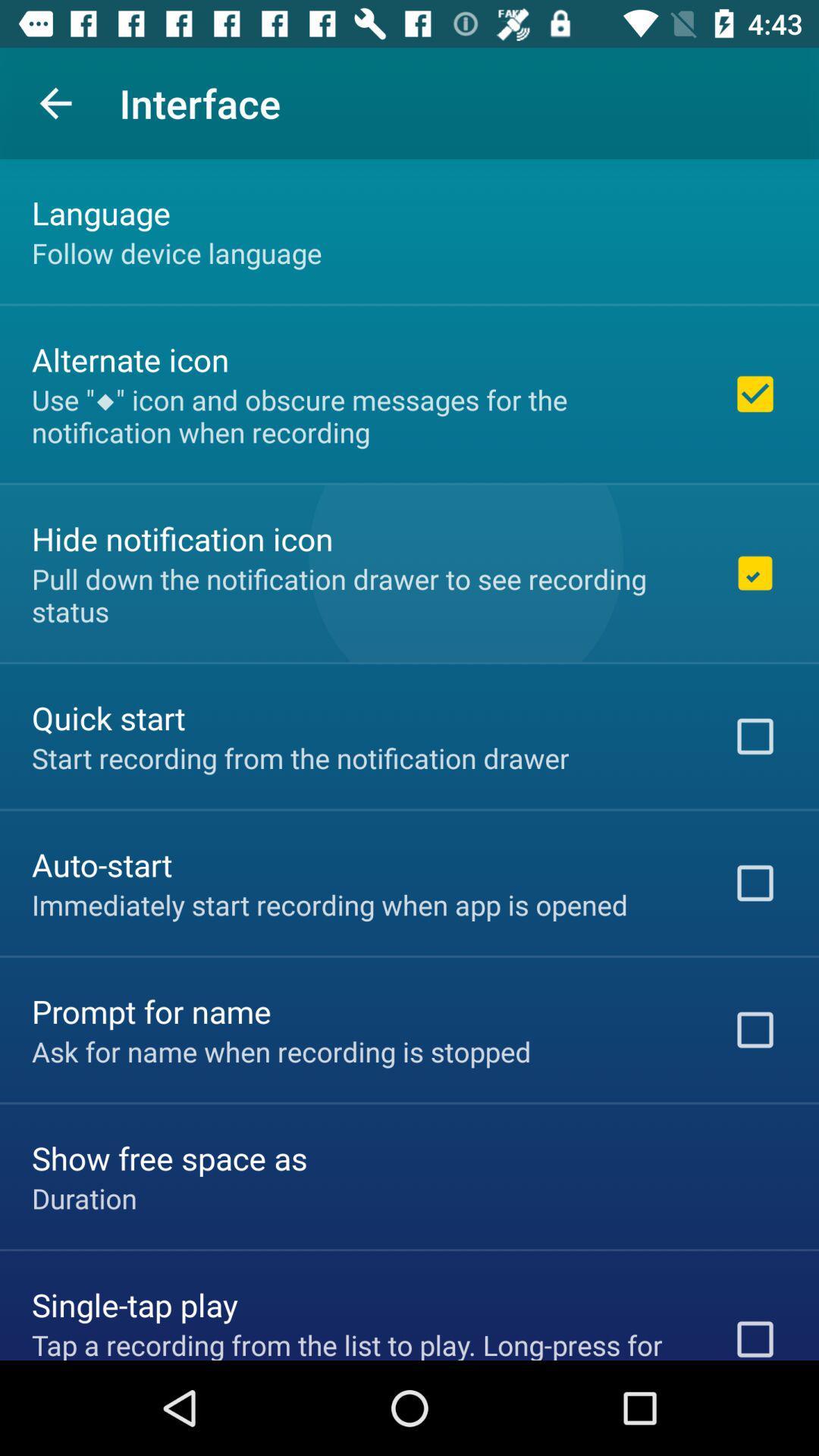  I want to click on the 3rd checkbox from the bottom right side of the web page, so click(755, 883).